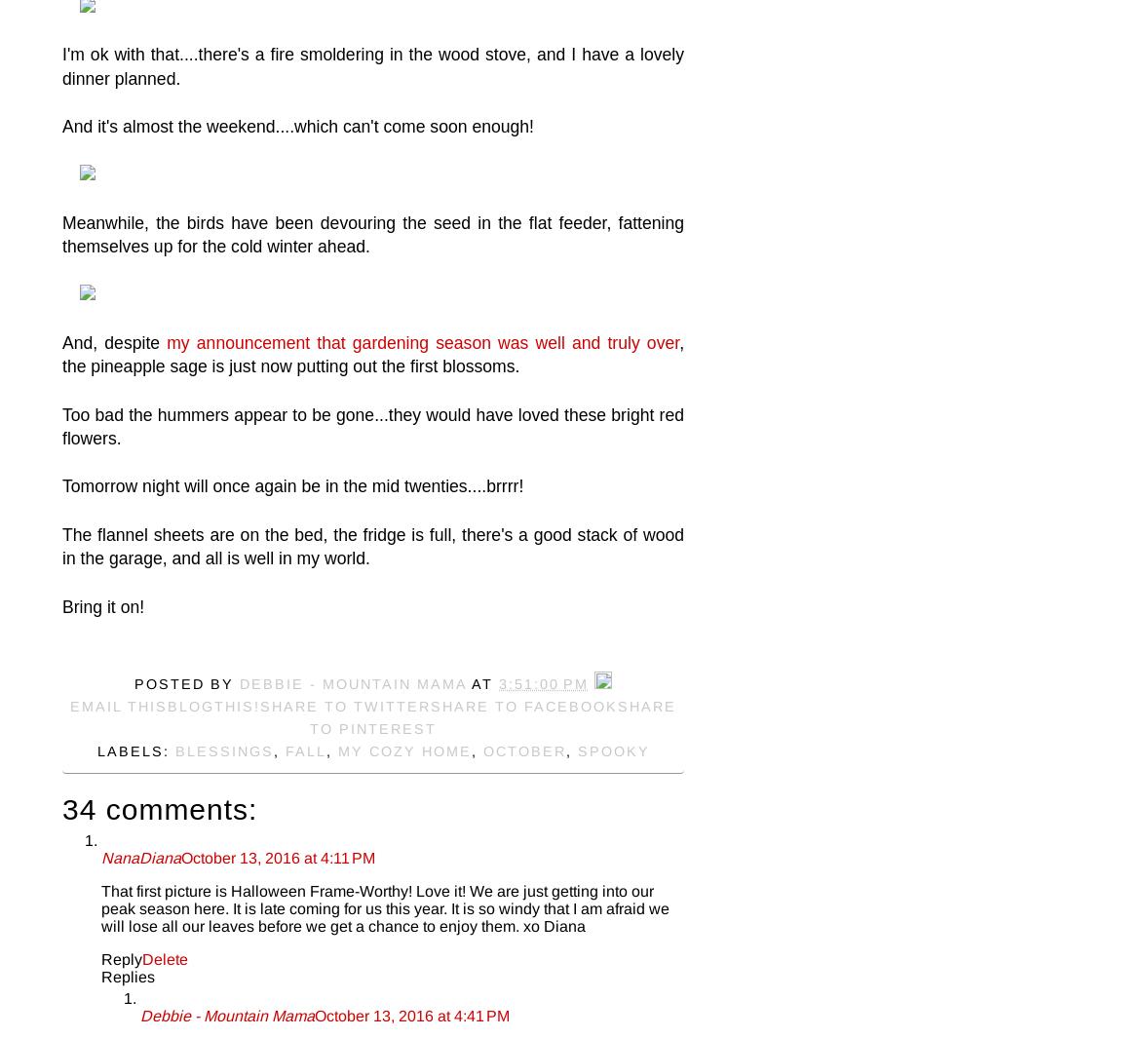  What do you see at coordinates (385, 908) in the screenshot?
I see `'That first picture is Halloween Frame-Worthy!  Love it!  We are just getting into our peak season here.  It is late coming for us this year.  It is so windy that I am afraid we will lose all our leaves before we get a chance to enjoy them.  xo Diana'` at bounding box center [385, 908].